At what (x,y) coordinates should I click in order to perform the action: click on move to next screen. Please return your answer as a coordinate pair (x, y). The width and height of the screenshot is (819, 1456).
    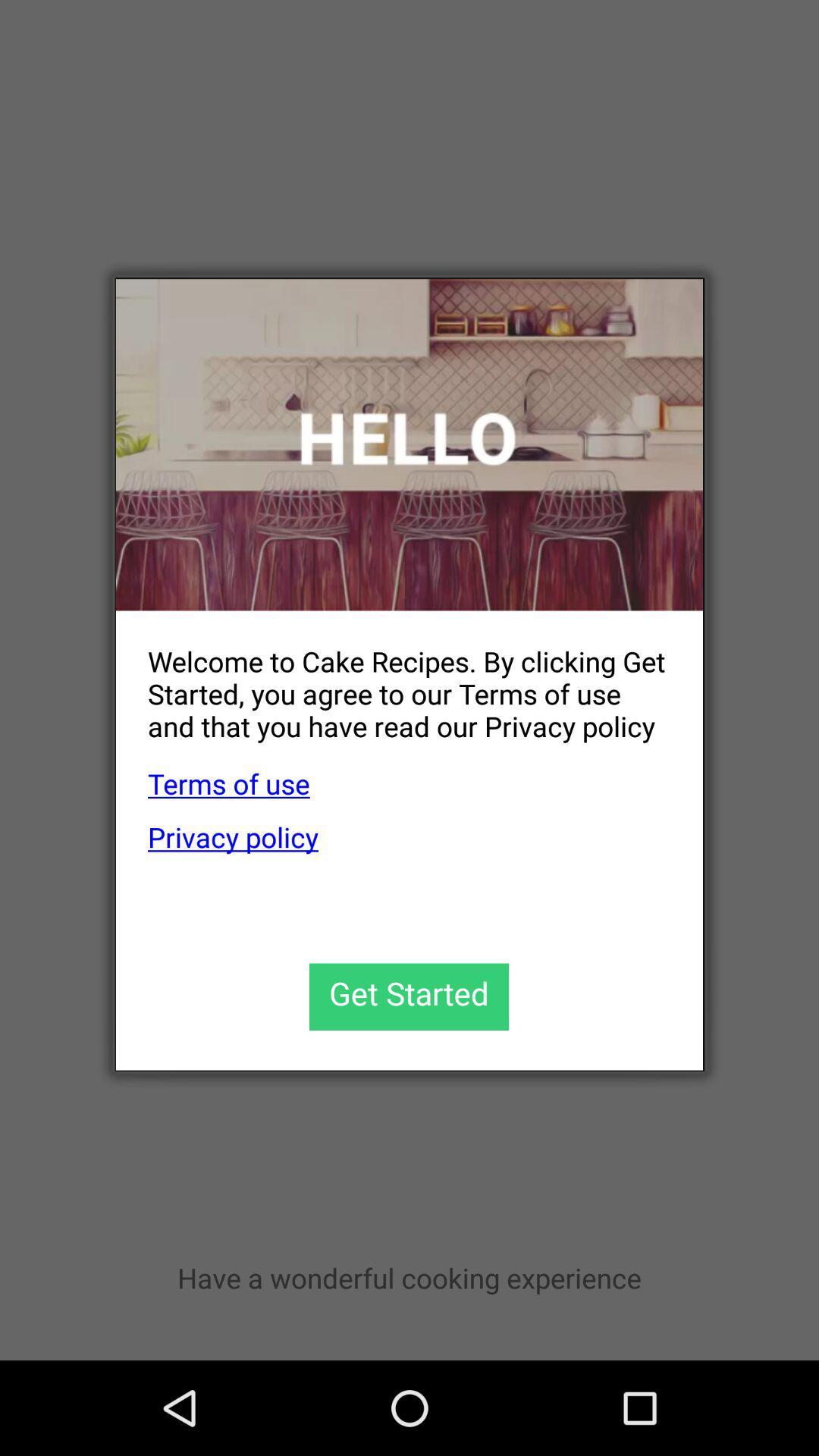
    Looking at the image, I should click on (408, 996).